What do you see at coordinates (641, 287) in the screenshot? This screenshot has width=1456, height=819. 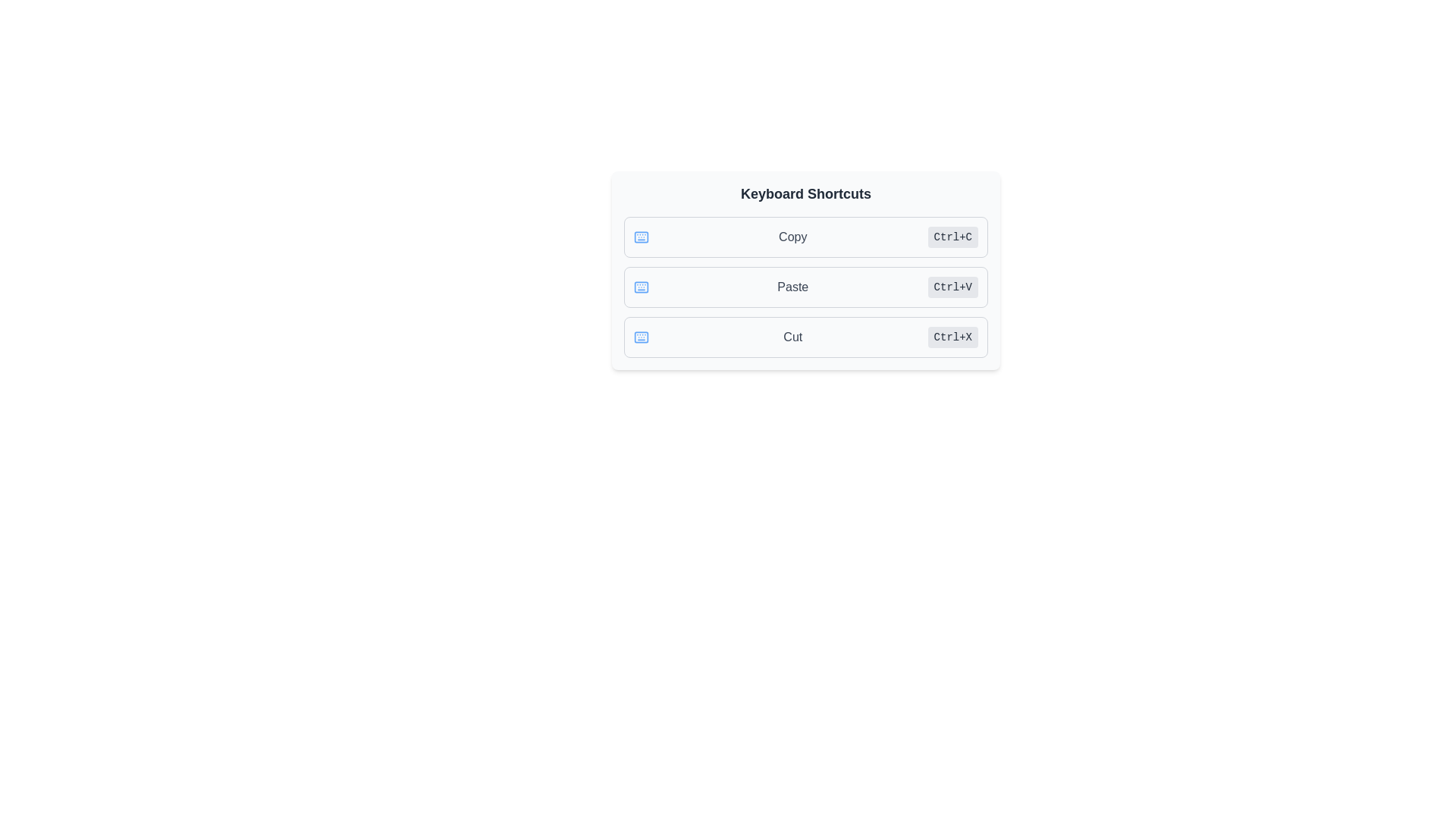 I see `the keyboard-related action icon associated with the 'Paste' command located in the left section of the 'Paste' option row` at bounding box center [641, 287].